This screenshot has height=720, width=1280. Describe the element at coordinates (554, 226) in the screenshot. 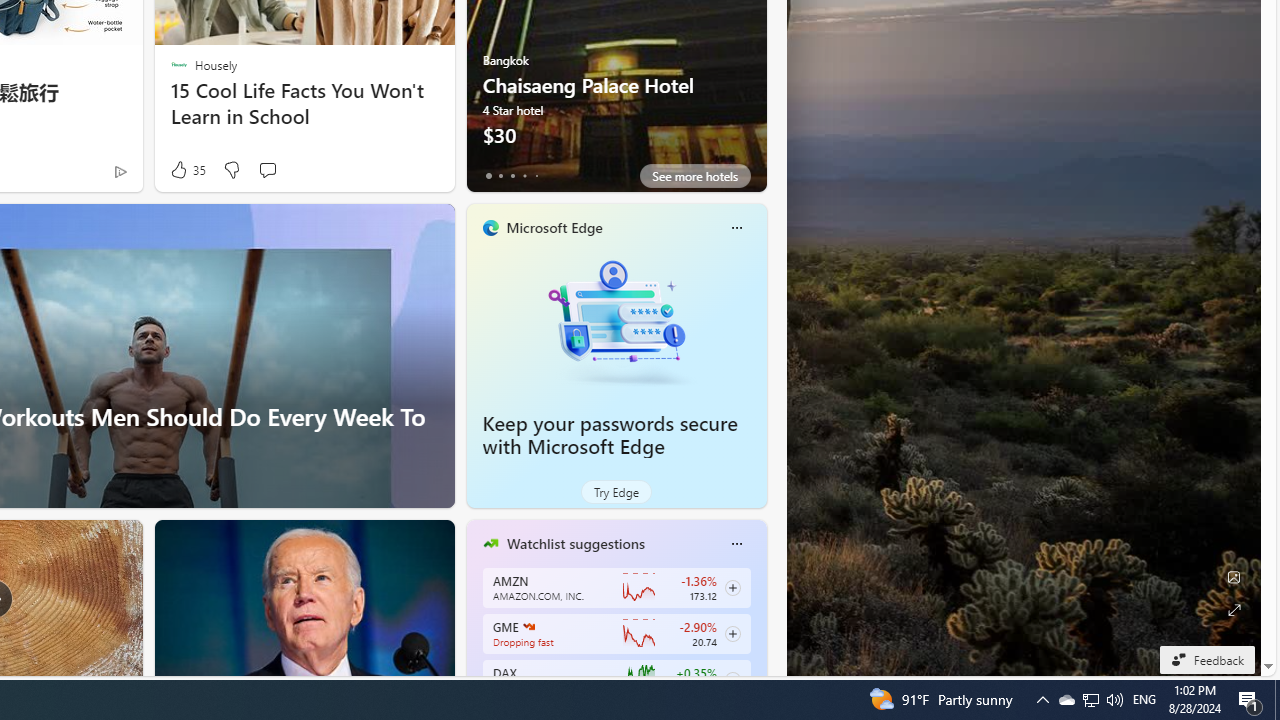

I see `'Microsoft Edge'` at that location.